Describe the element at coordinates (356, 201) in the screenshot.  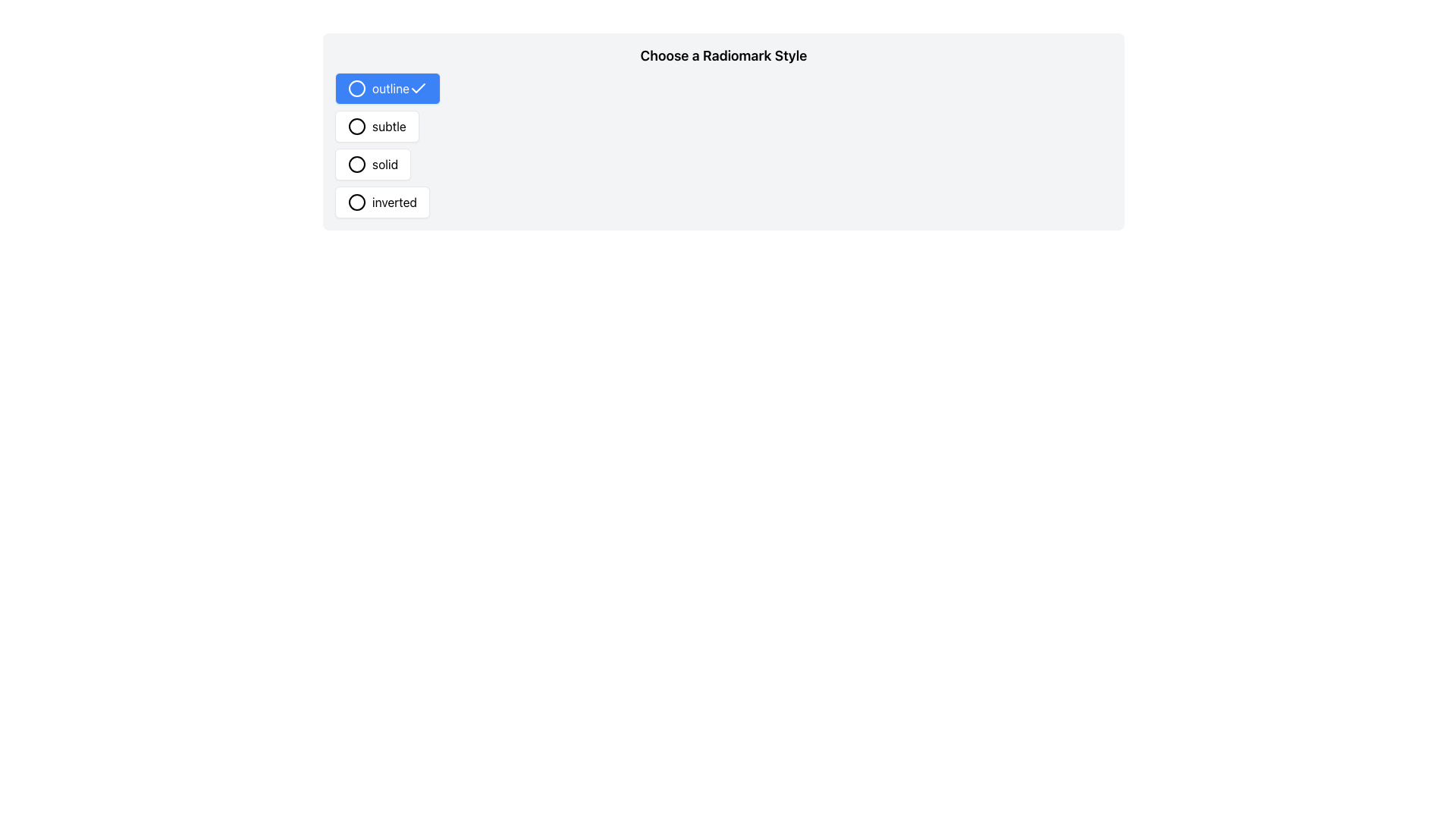
I see `the circular SVG object representing the 'inverted' radiomark option, which serves as a visual cue in the interface` at that location.